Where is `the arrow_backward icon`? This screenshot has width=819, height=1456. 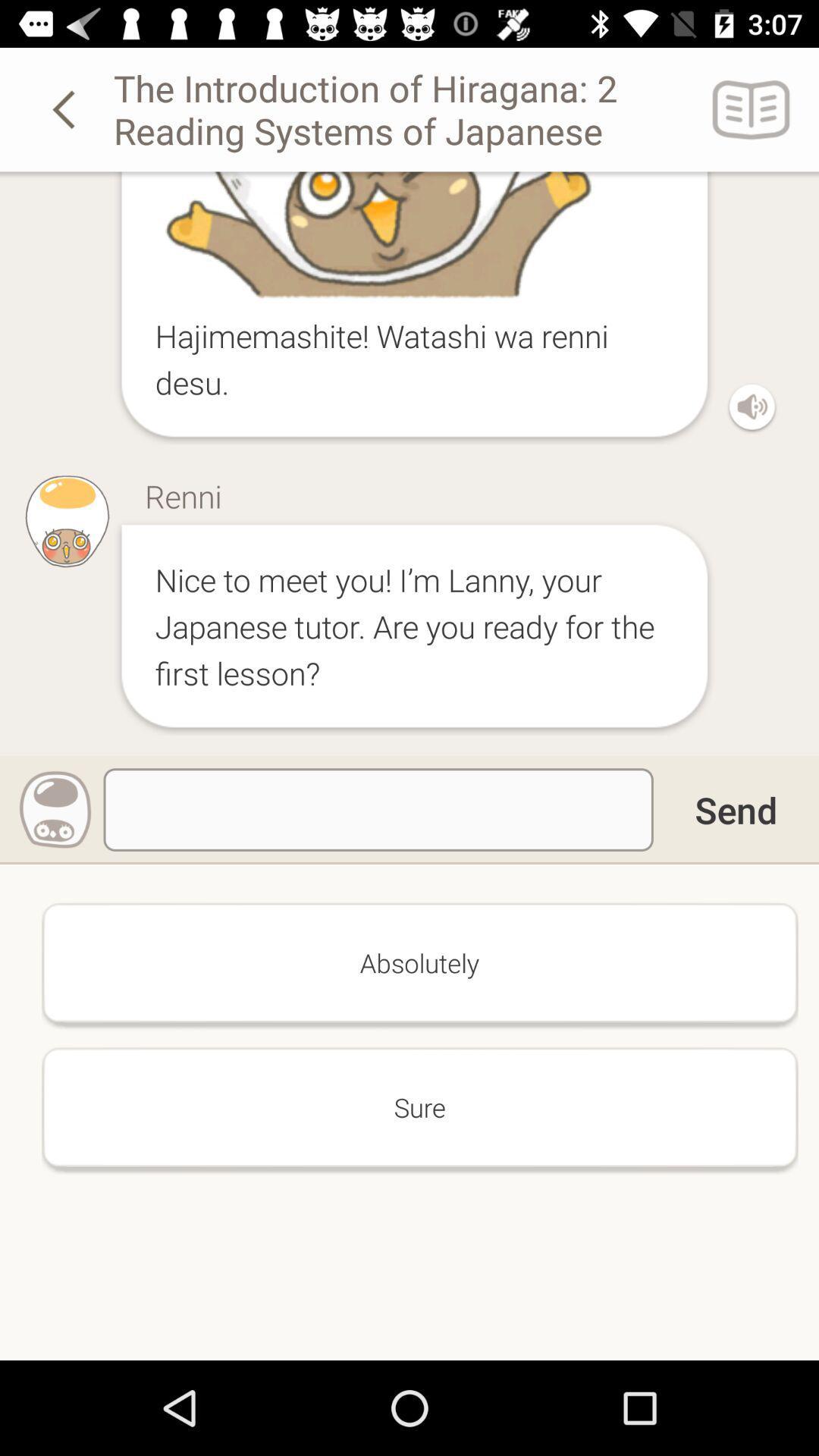 the arrow_backward icon is located at coordinates (66, 108).